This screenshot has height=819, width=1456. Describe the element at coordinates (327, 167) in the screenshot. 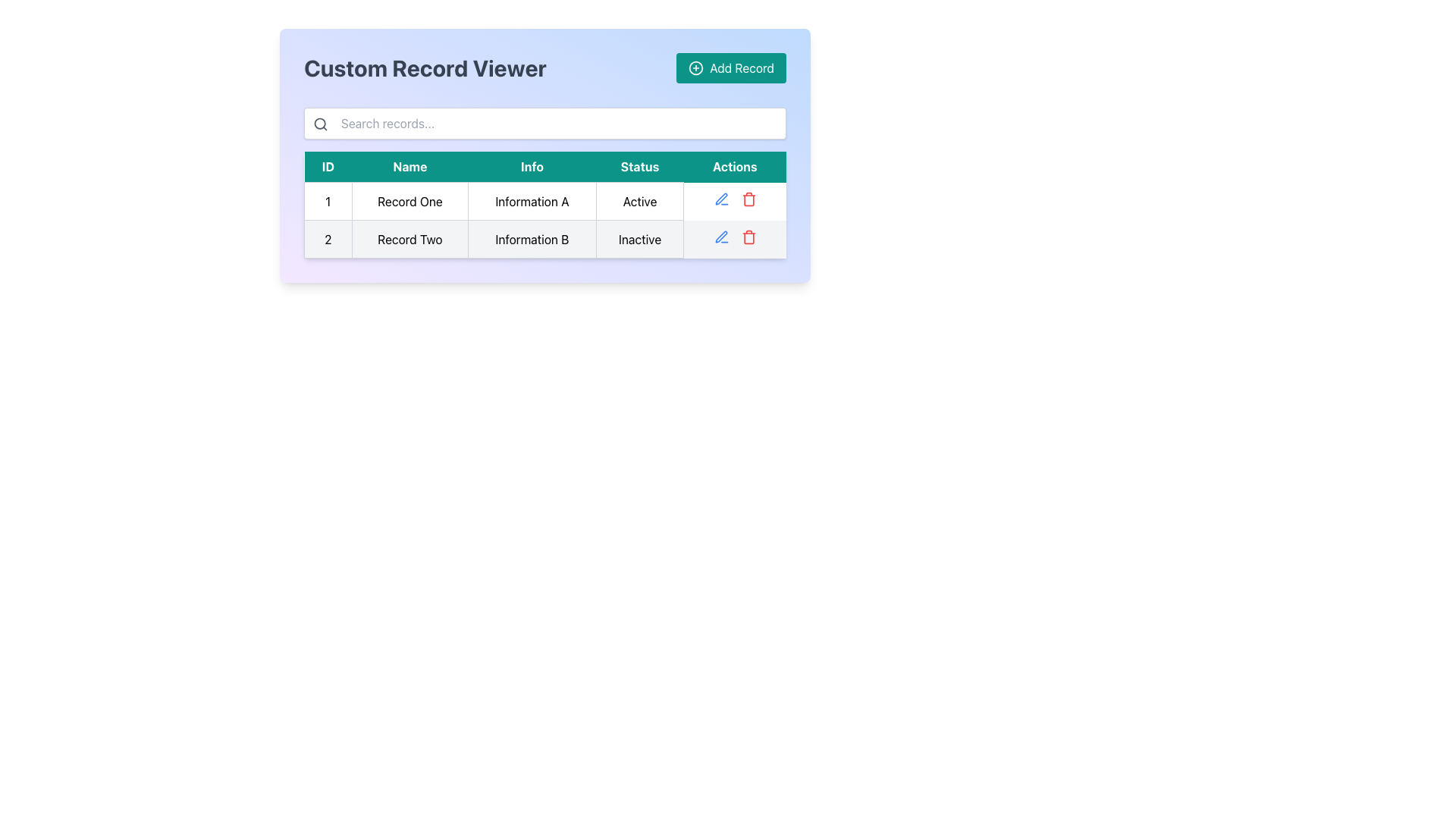

I see `the 'ID' column header cell in the table, which is the first header and positioned at the top-left among its siblings labeled 'Name', 'Info', 'Status', and 'Actions'` at that location.